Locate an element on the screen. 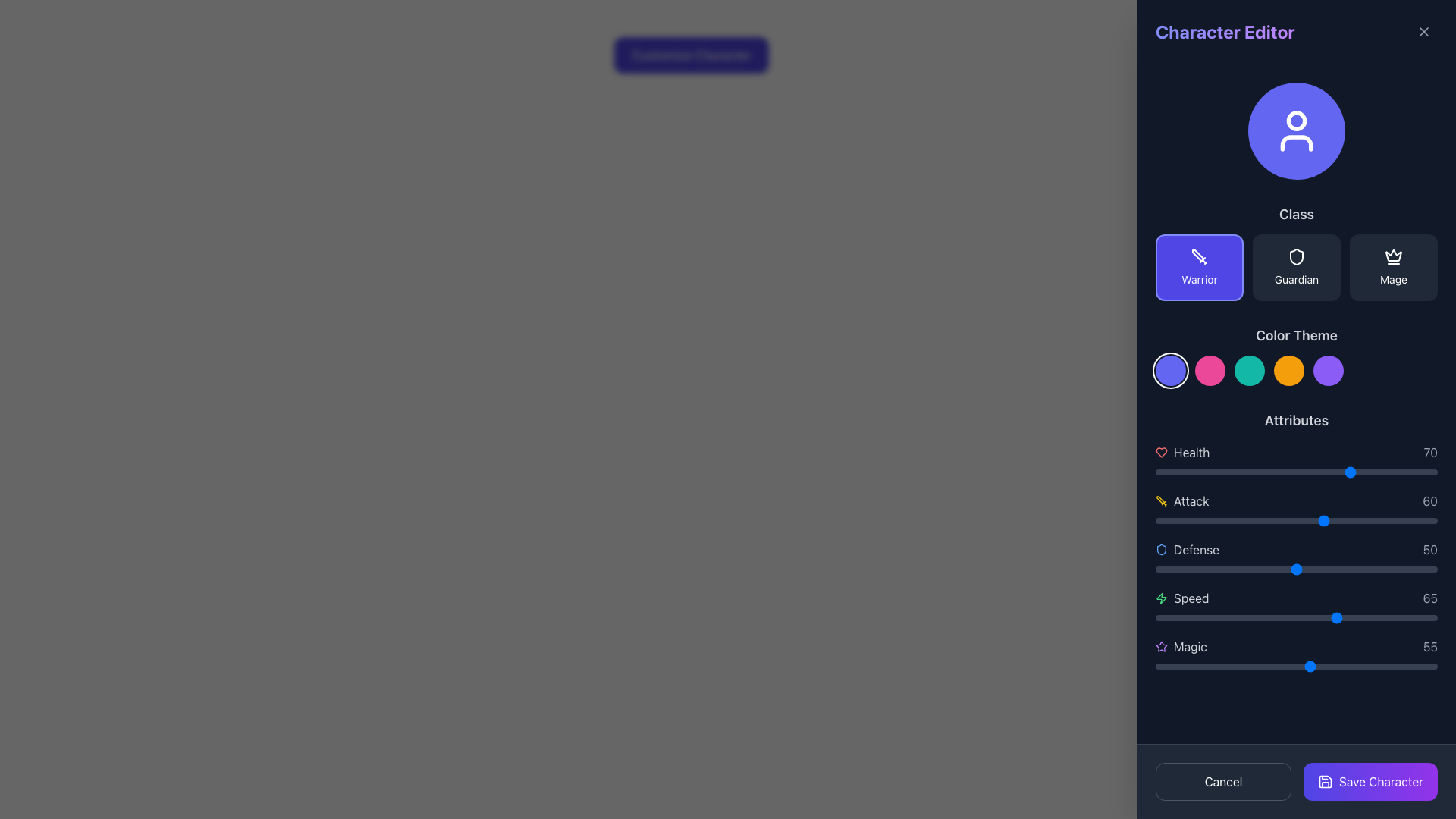 This screenshot has height=819, width=1456. the sword icon inside the 'Warrior' button in the 'Character Editor' section on the right side of the interface is located at coordinates (1199, 256).